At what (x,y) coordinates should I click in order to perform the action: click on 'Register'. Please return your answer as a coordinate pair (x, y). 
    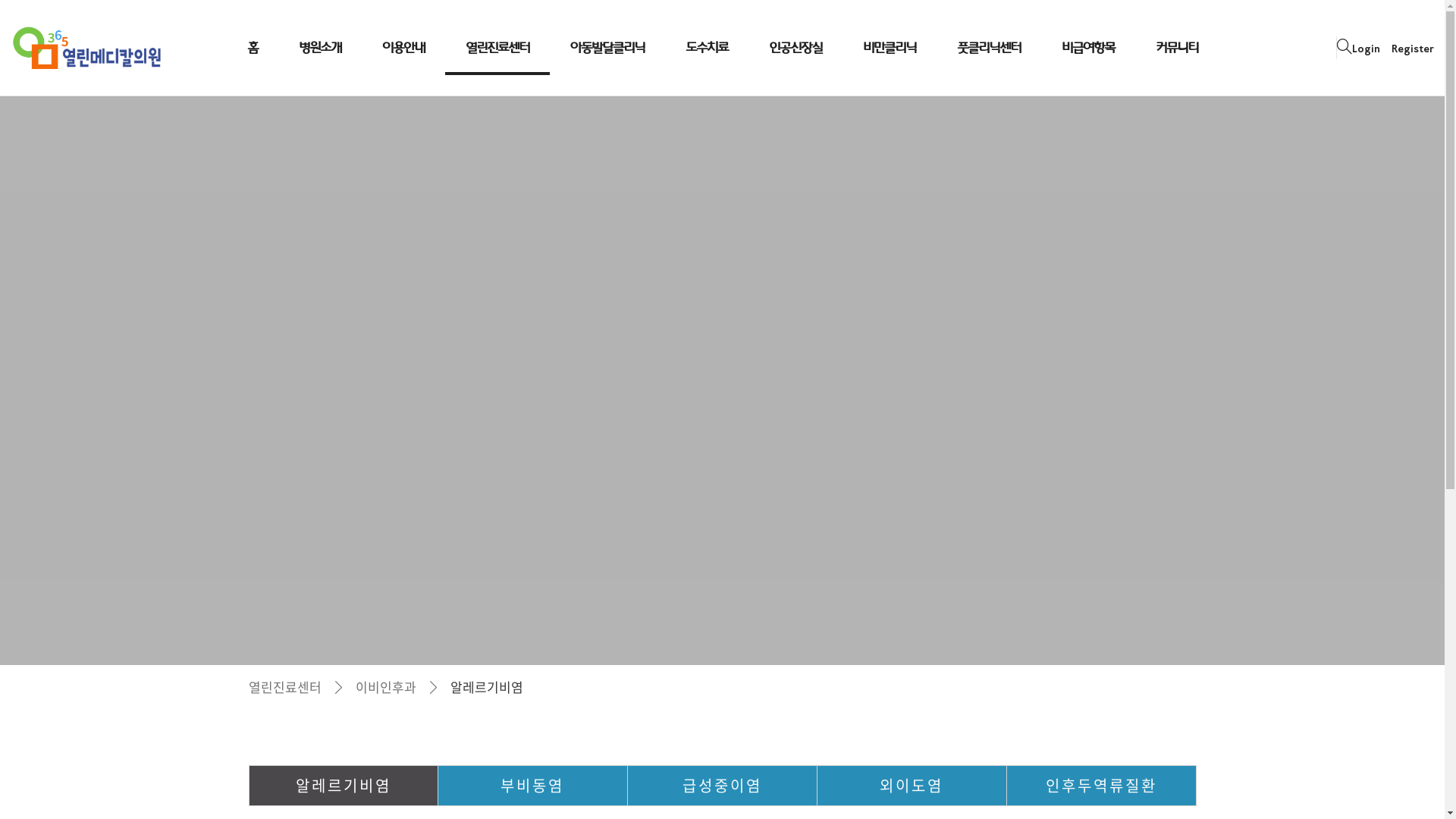
    Looking at the image, I should click on (1411, 47).